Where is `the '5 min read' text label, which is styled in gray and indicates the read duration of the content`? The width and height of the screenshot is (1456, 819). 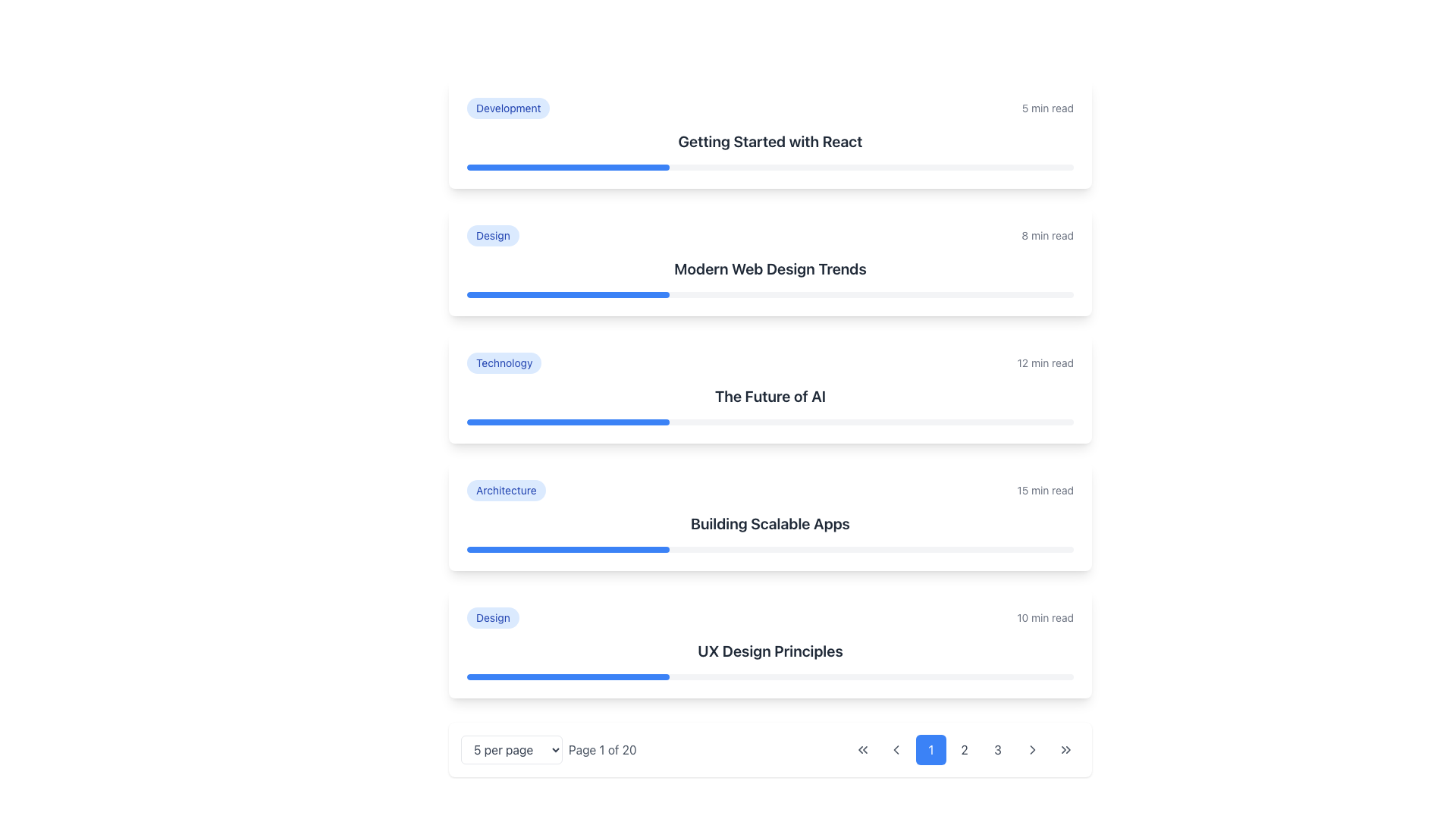 the '5 min read' text label, which is styled in gray and indicates the read duration of the content is located at coordinates (1046, 107).